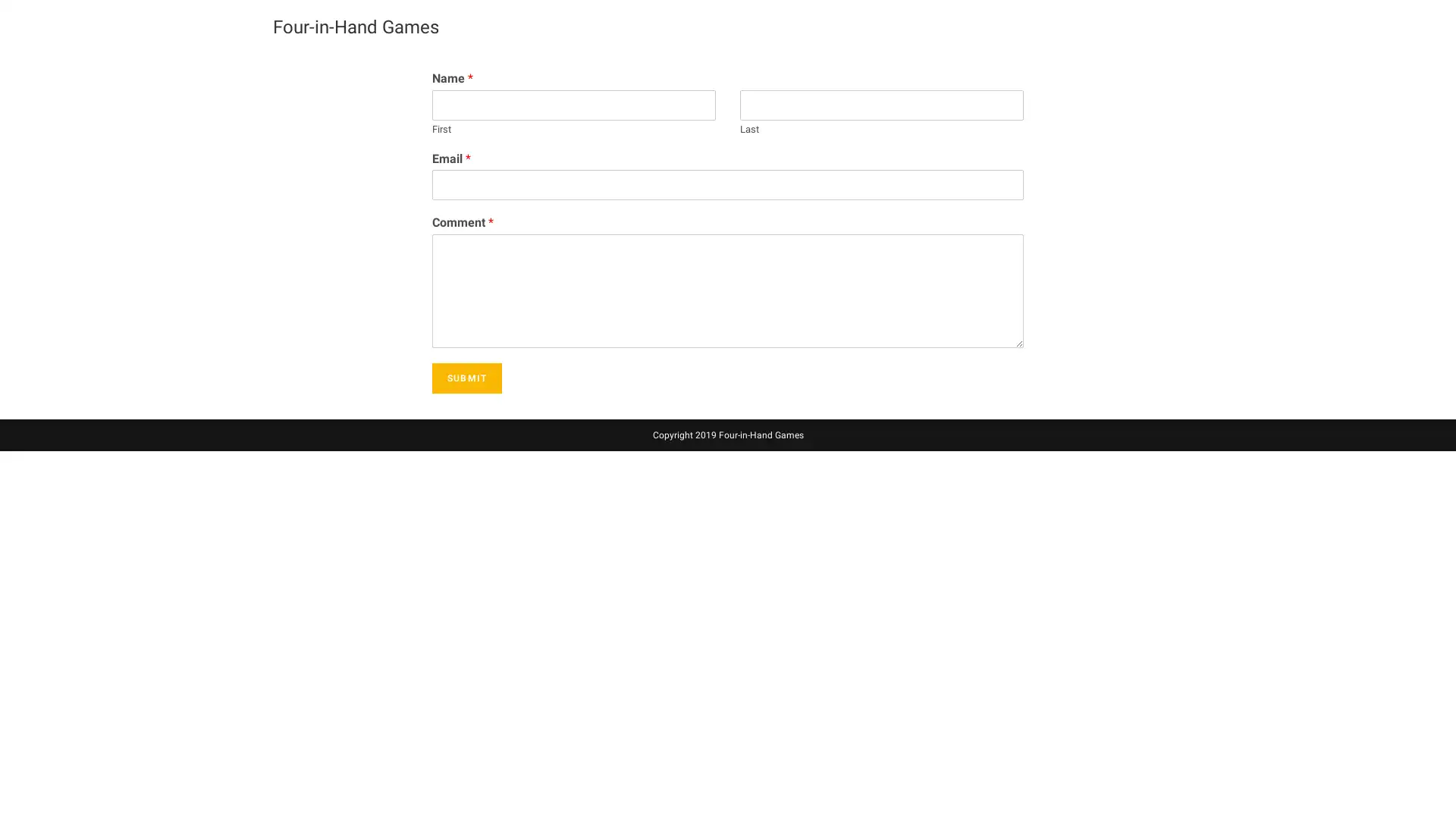 The image size is (1456, 819). What do you see at coordinates (466, 377) in the screenshot?
I see `SUBMIT` at bounding box center [466, 377].